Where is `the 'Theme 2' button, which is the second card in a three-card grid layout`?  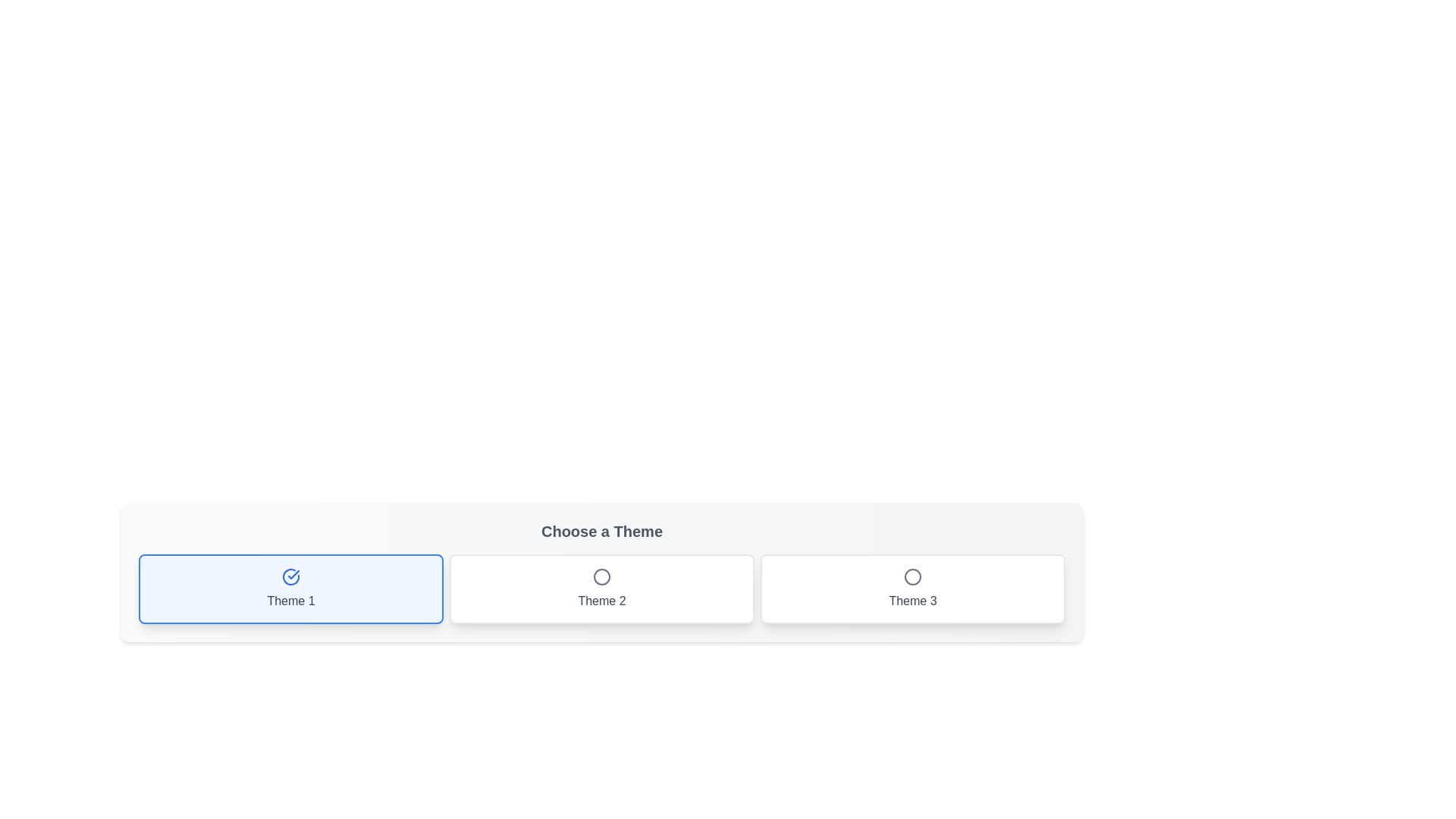
the 'Theme 2' button, which is the second card in a three-card grid layout is located at coordinates (601, 588).